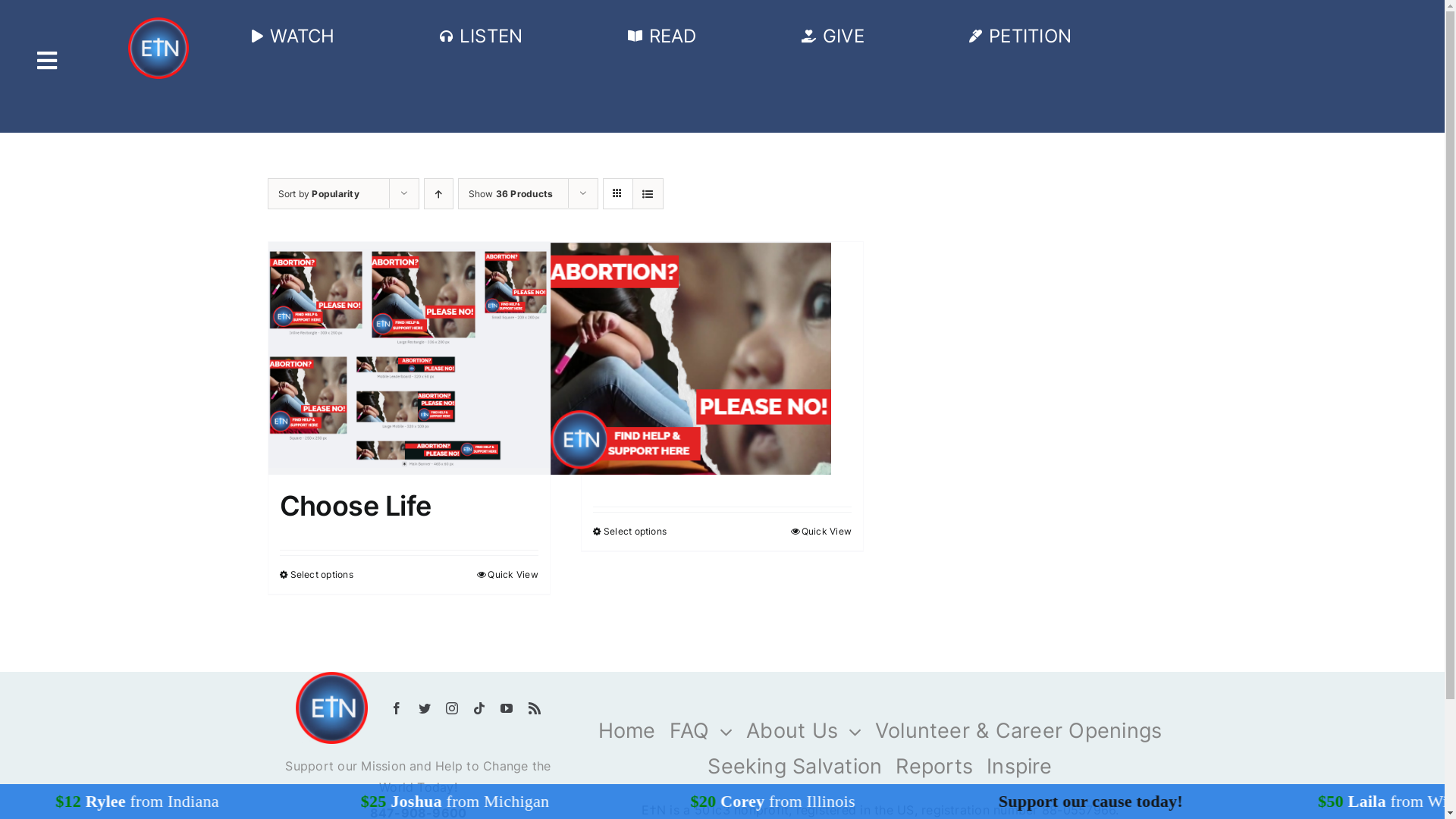 This screenshot has width=1456, height=819. What do you see at coordinates (534, 708) in the screenshot?
I see `'Rss'` at bounding box center [534, 708].